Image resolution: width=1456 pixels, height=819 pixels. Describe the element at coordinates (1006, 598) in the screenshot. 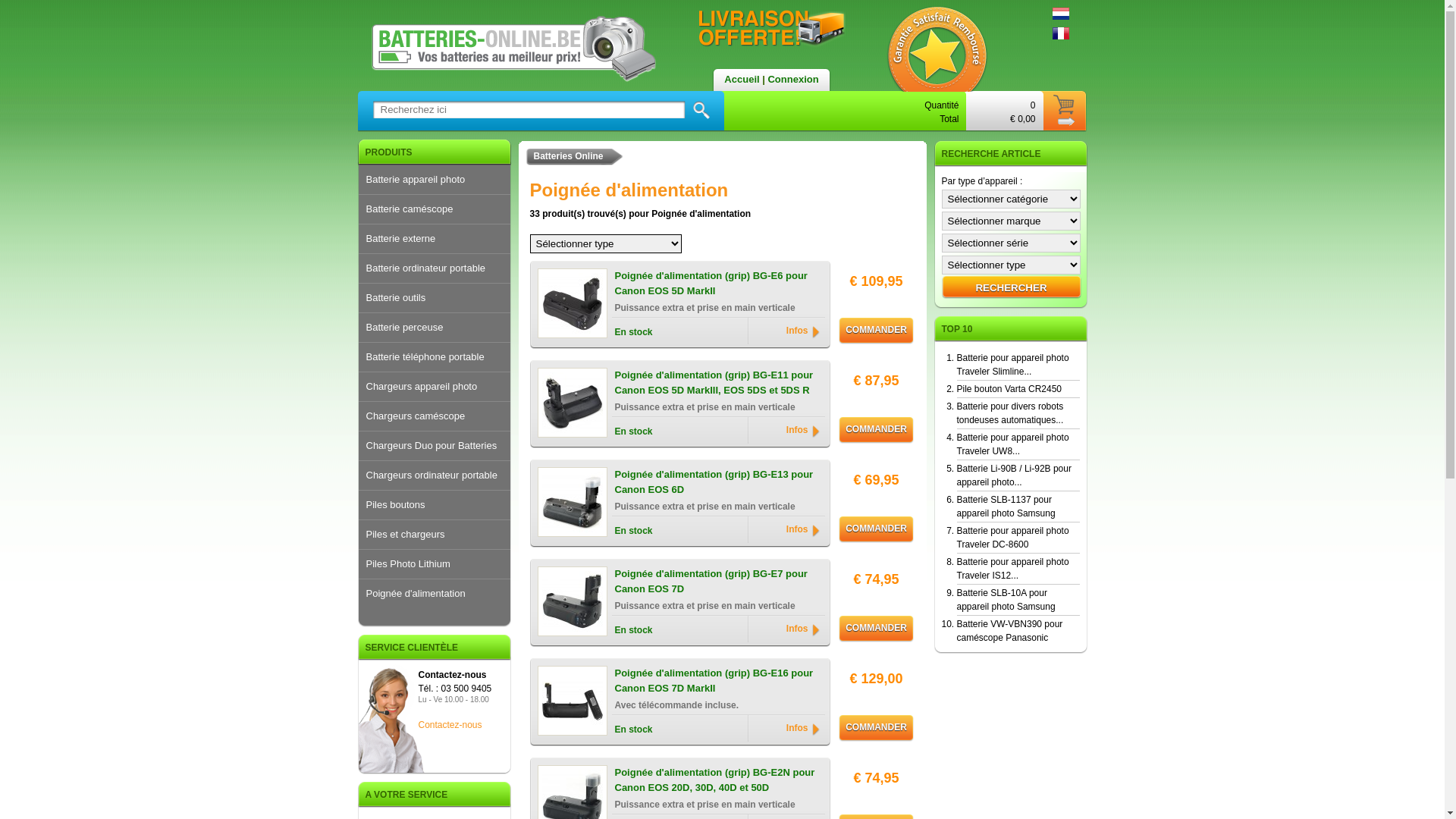

I see `'Batterie SLB-10A pour appareil photo Samsung'` at that location.